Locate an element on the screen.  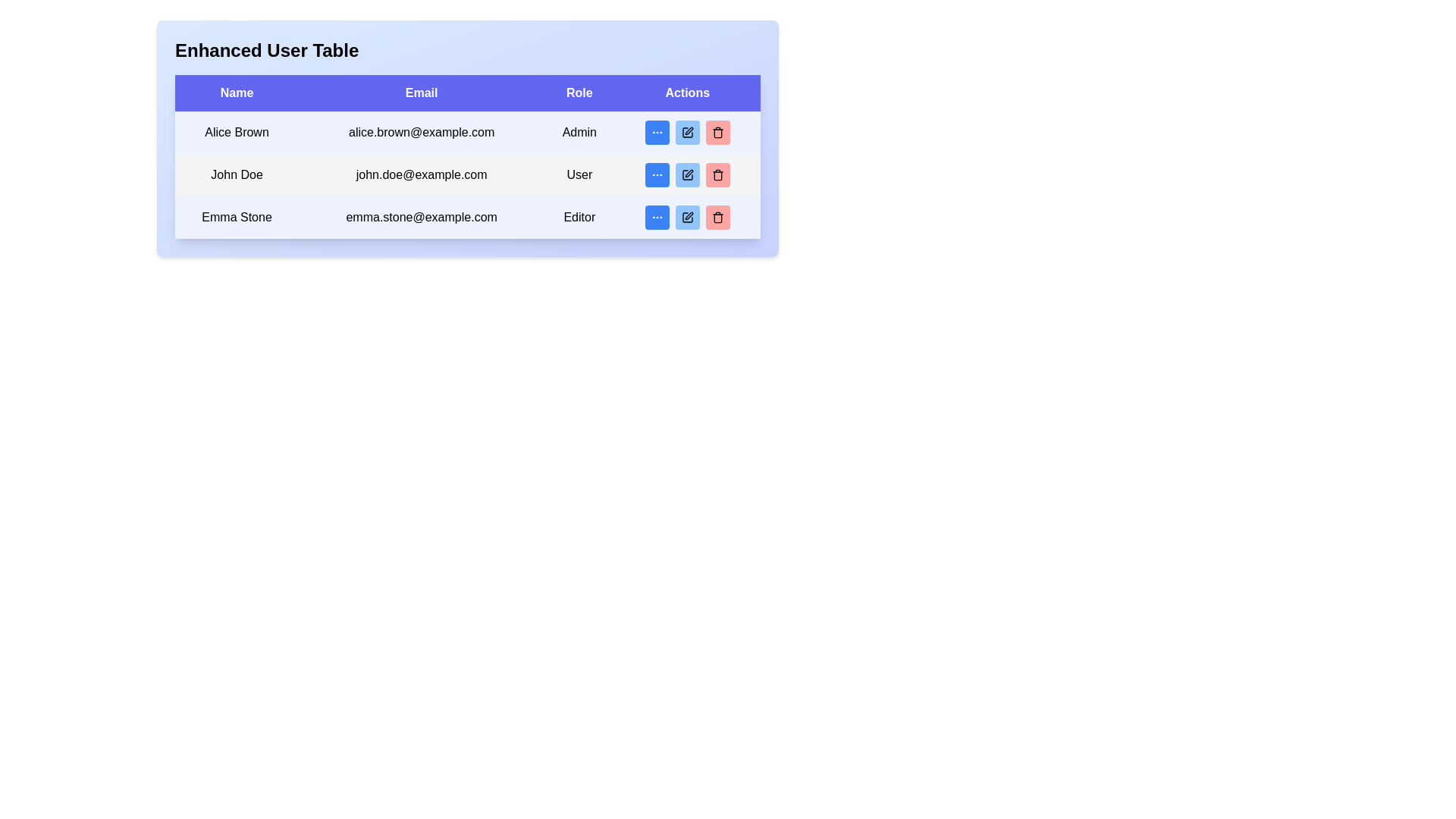
the text label displaying 'Admin' in bold within the 'Role' column of the table for user Alice Brown is located at coordinates (579, 131).